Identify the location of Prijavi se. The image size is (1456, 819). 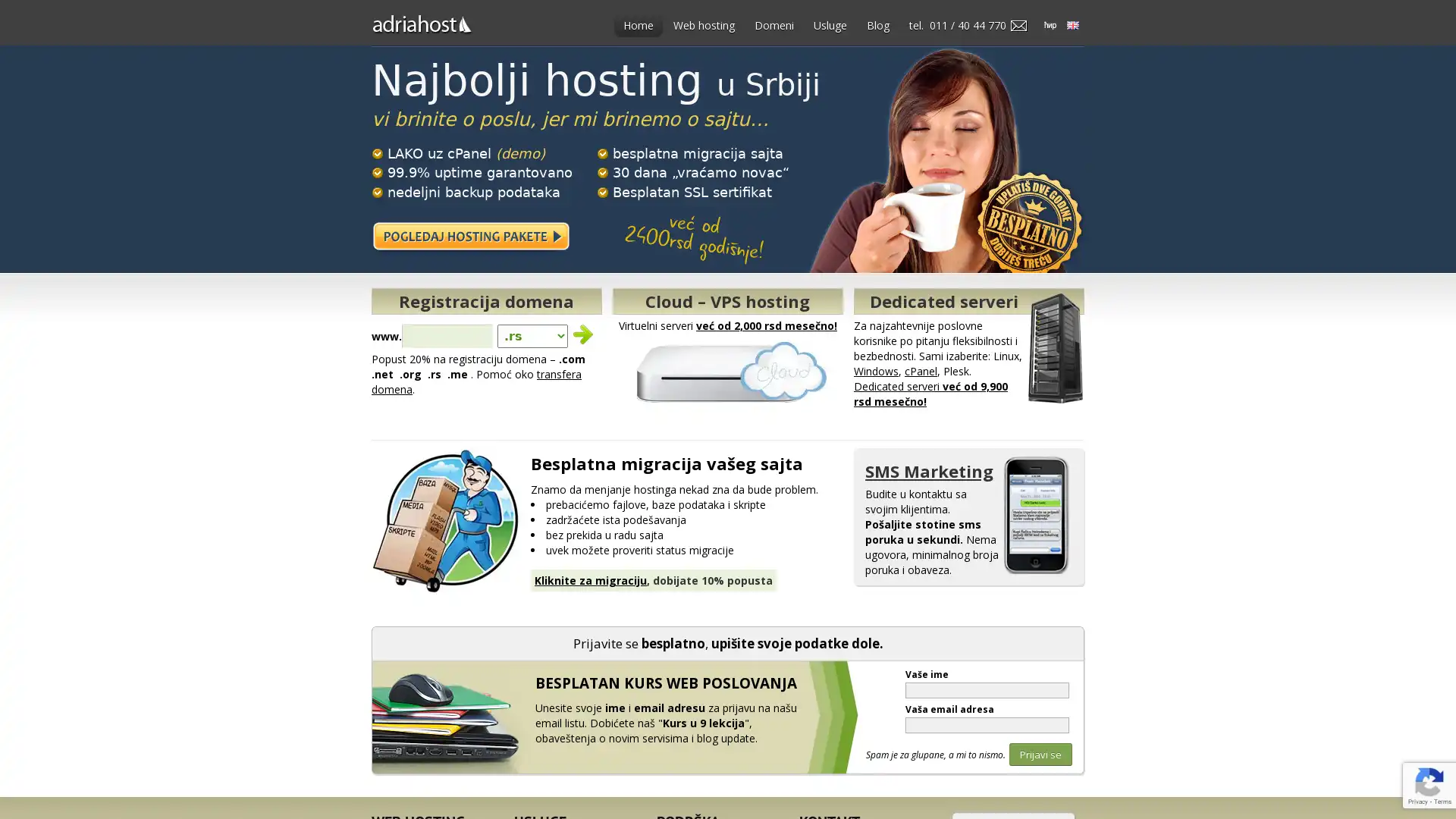
(1040, 754).